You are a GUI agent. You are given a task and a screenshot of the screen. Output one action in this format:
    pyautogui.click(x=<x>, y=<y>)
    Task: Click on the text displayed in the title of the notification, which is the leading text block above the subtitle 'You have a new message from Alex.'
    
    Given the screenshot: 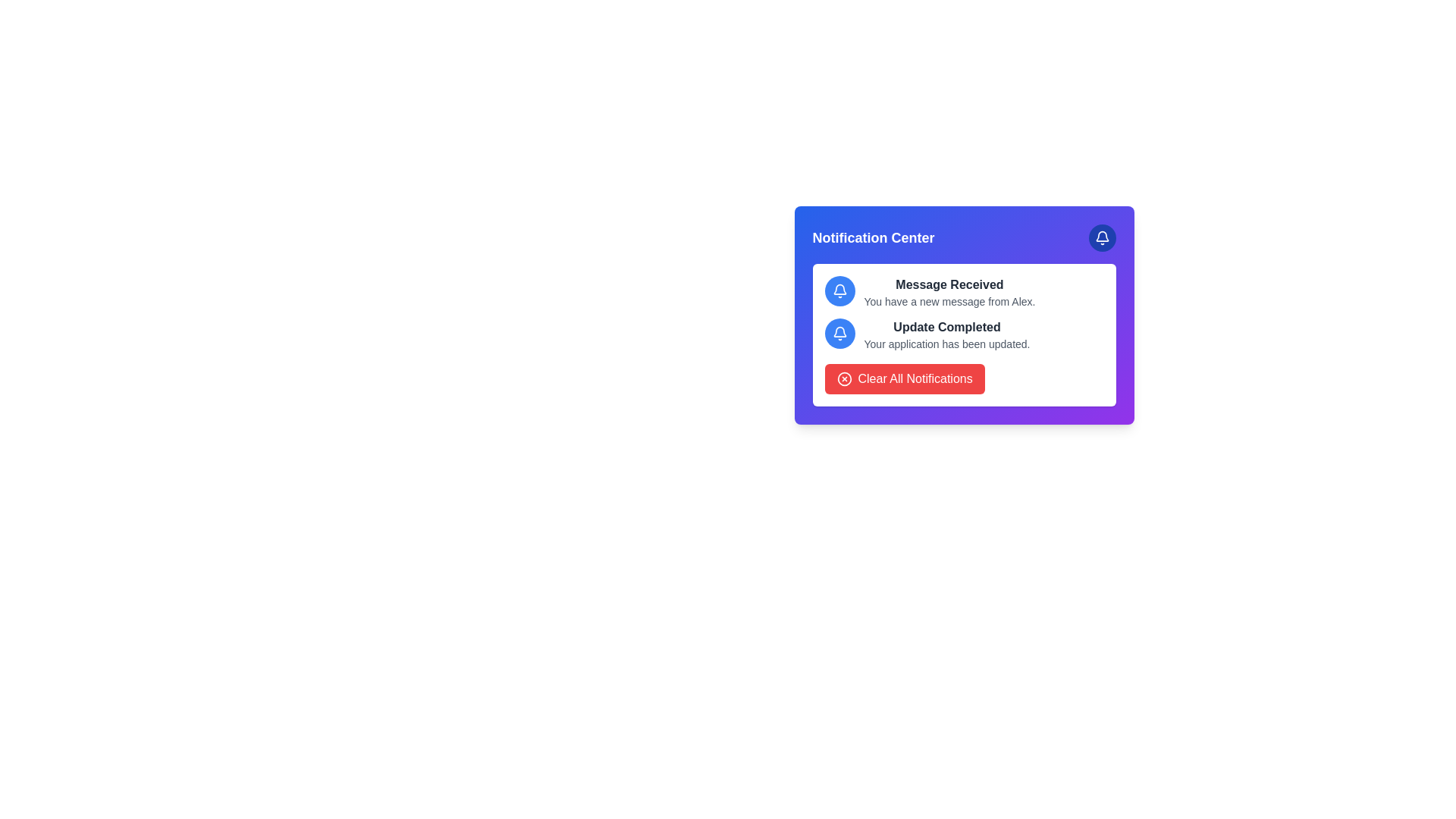 What is the action you would take?
    pyautogui.click(x=949, y=284)
    